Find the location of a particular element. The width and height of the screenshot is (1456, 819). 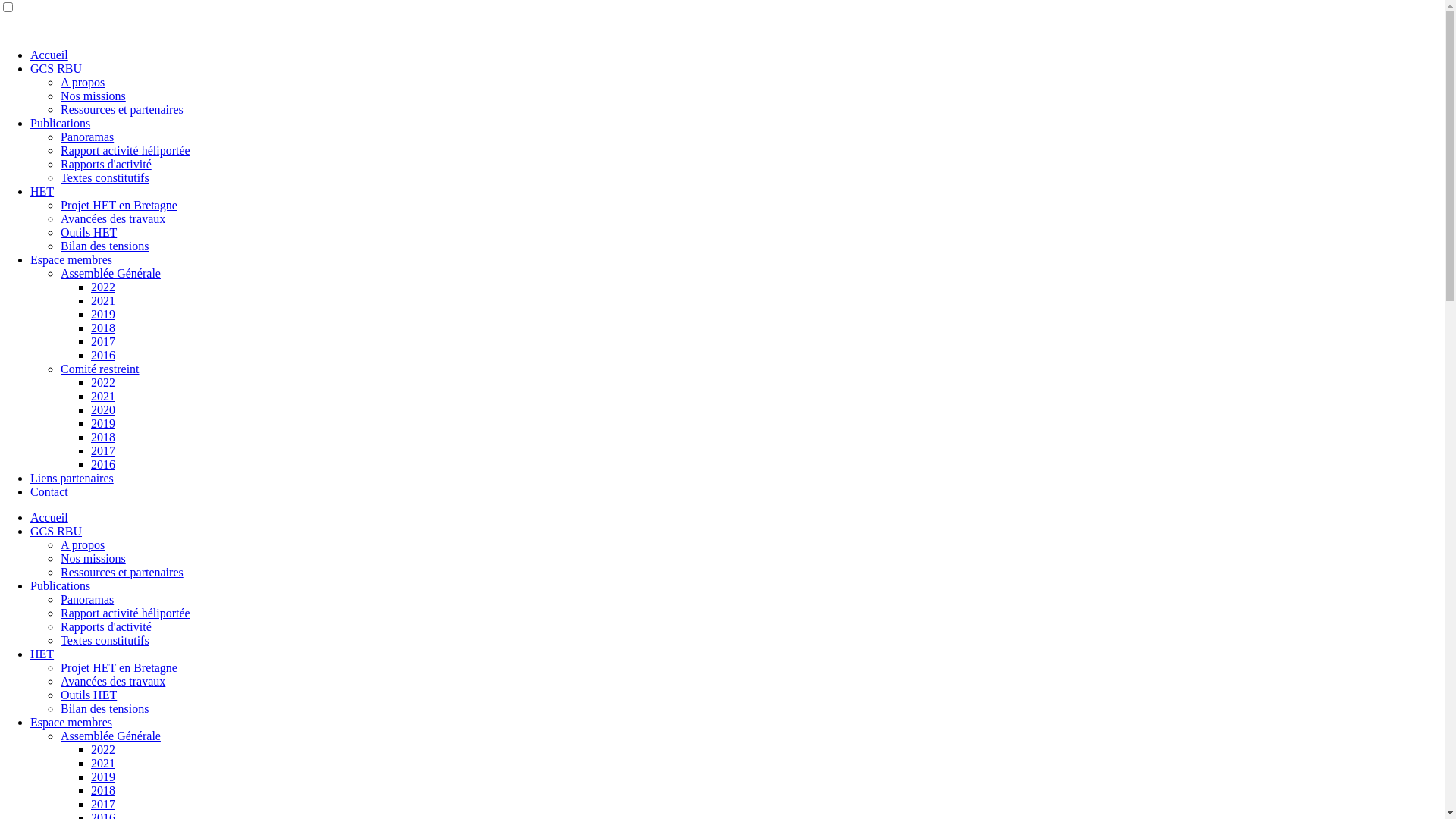

'Accueil' is located at coordinates (30, 54).